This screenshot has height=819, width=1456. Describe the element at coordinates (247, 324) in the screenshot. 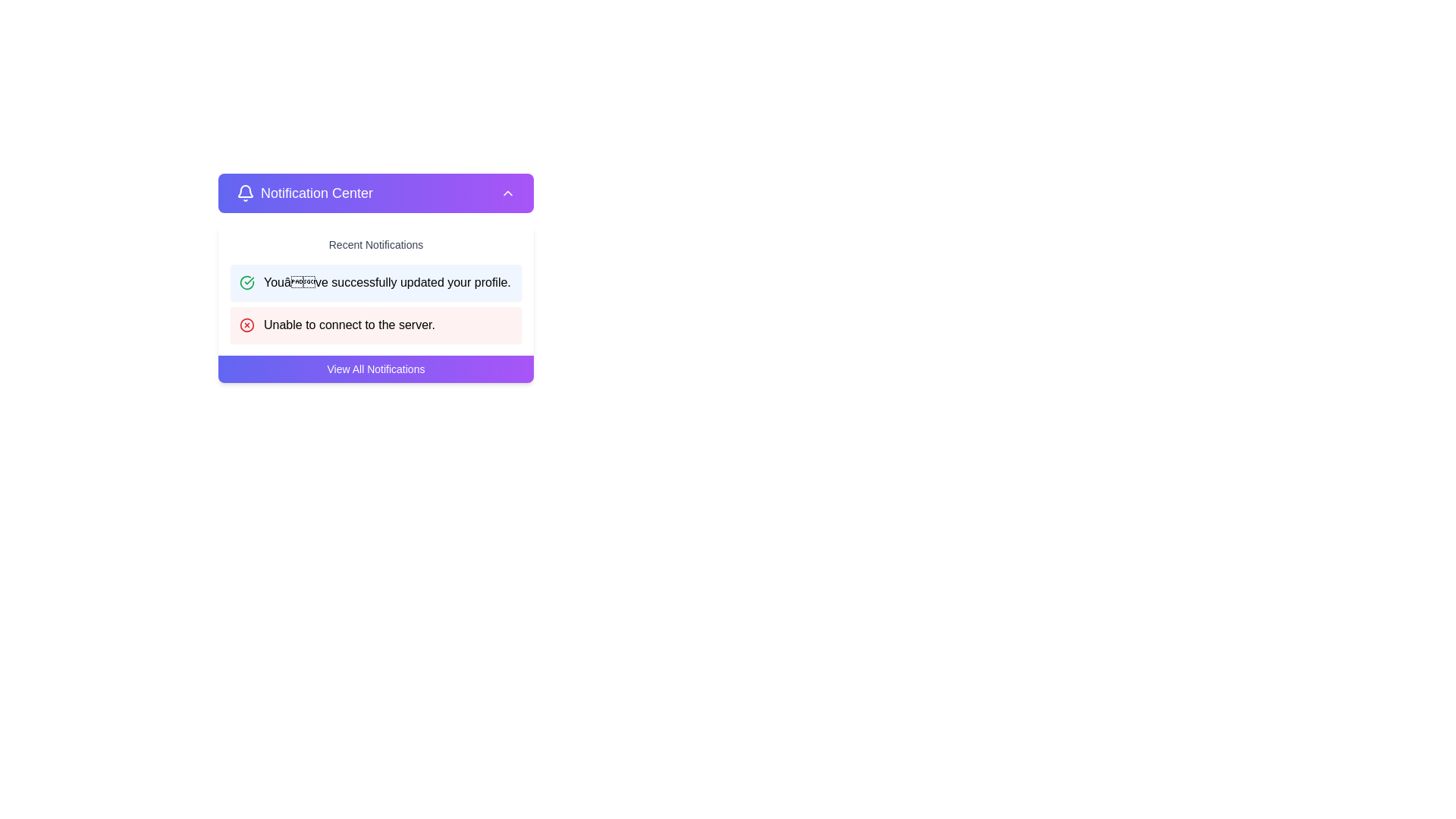

I see `the red outlined circular icon in the notification panel to acknowledge the error message about connection to the server` at that location.